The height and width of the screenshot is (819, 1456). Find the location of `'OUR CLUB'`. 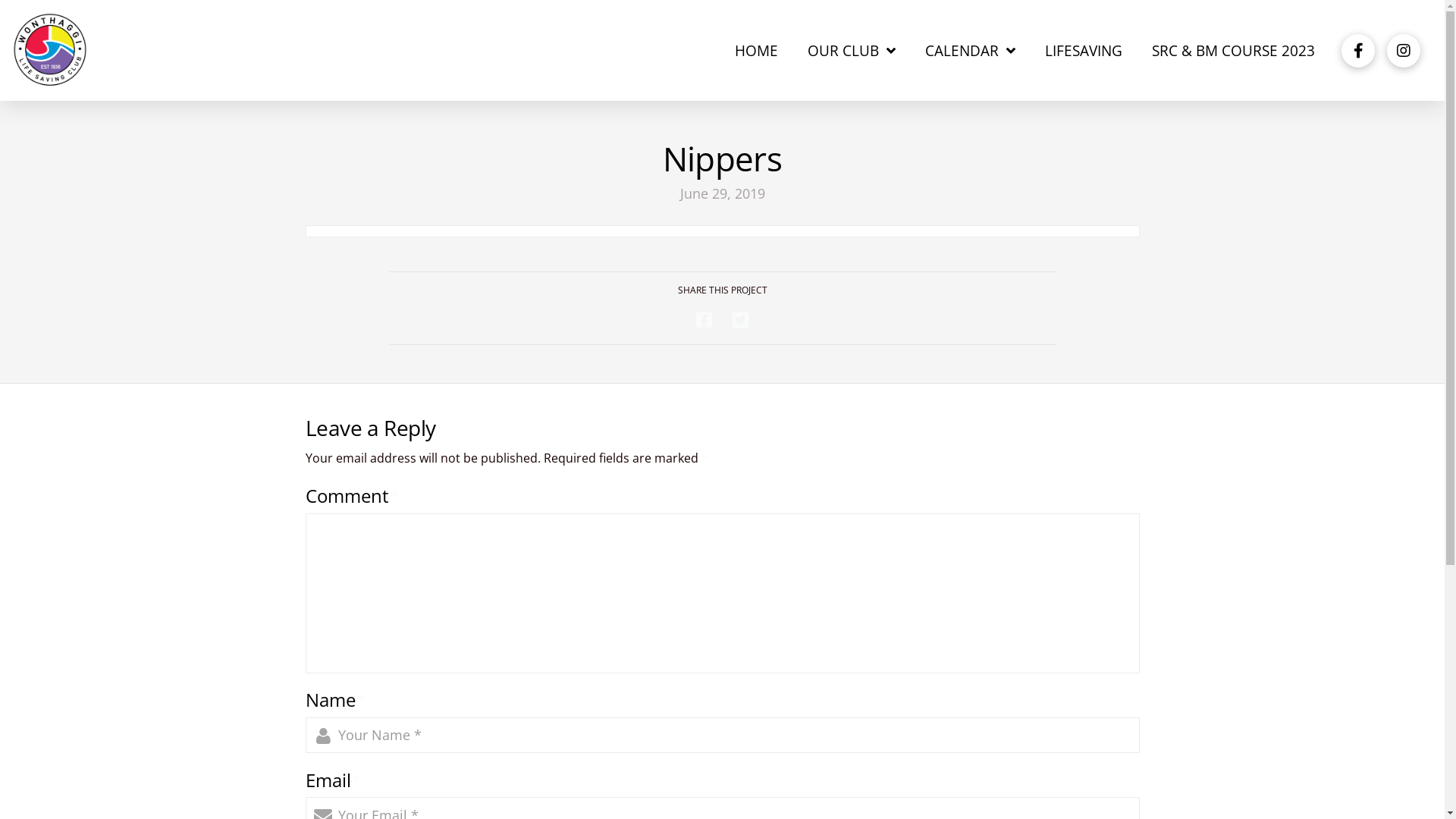

'OUR CLUB' is located at coordinates (852, 49).